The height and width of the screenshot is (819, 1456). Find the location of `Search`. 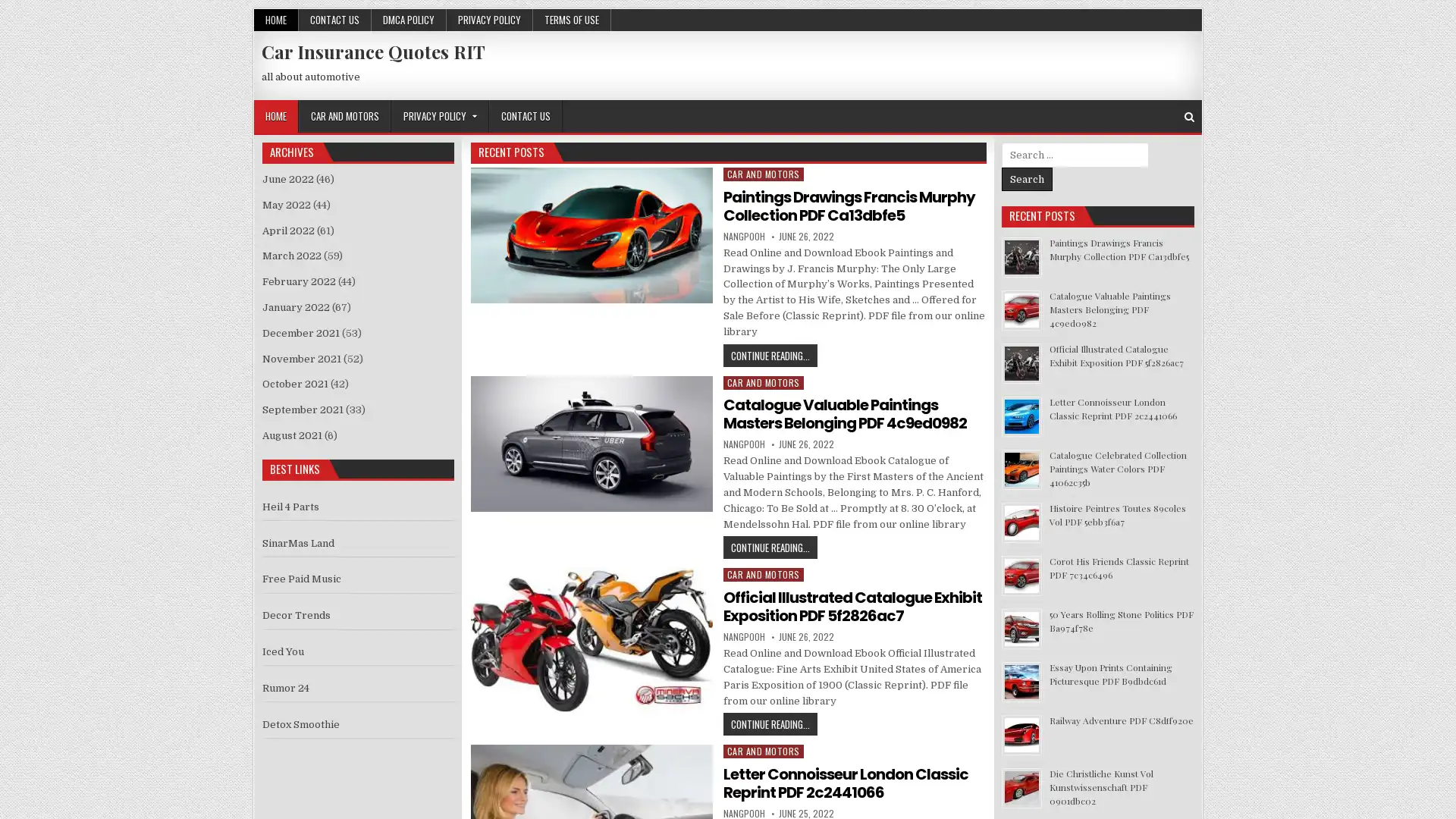

Search is located at coordinates (1027, 178).